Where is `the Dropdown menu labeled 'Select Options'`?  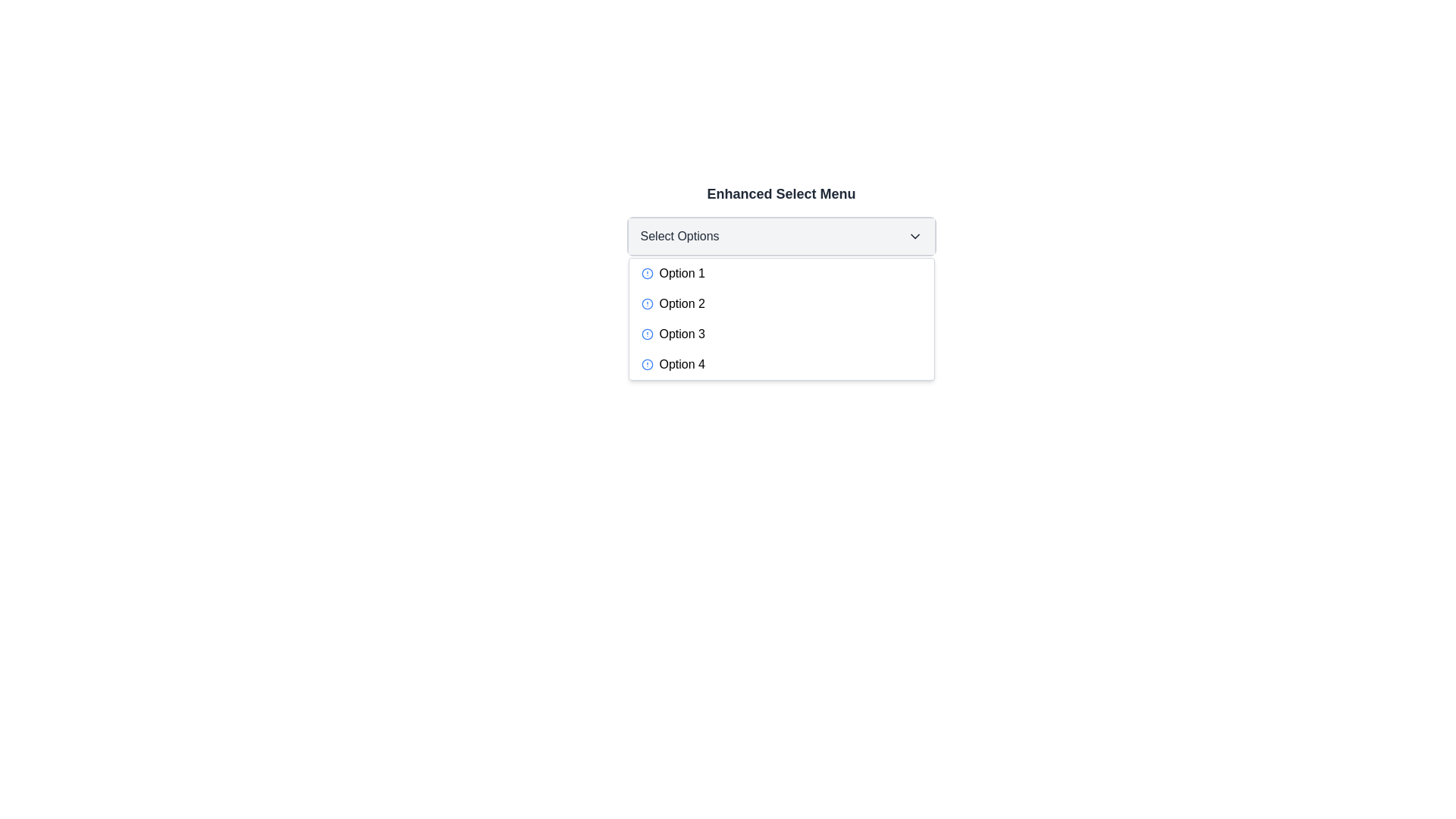 the Dropdown menu labeled 'Select Options' is located at coordinates (781, 237).